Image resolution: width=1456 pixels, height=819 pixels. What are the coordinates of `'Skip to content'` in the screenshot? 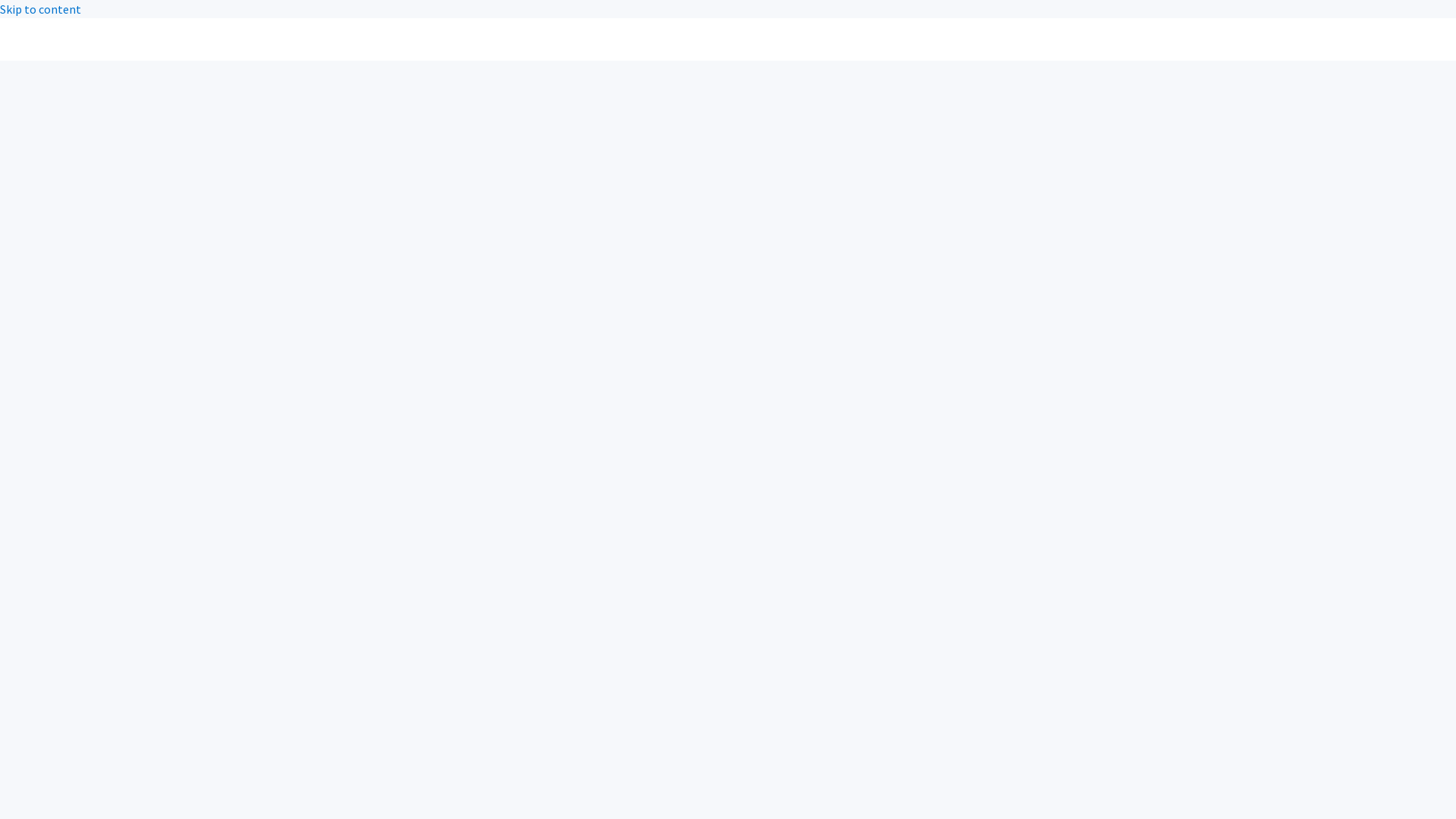 It's located at (0, 8).